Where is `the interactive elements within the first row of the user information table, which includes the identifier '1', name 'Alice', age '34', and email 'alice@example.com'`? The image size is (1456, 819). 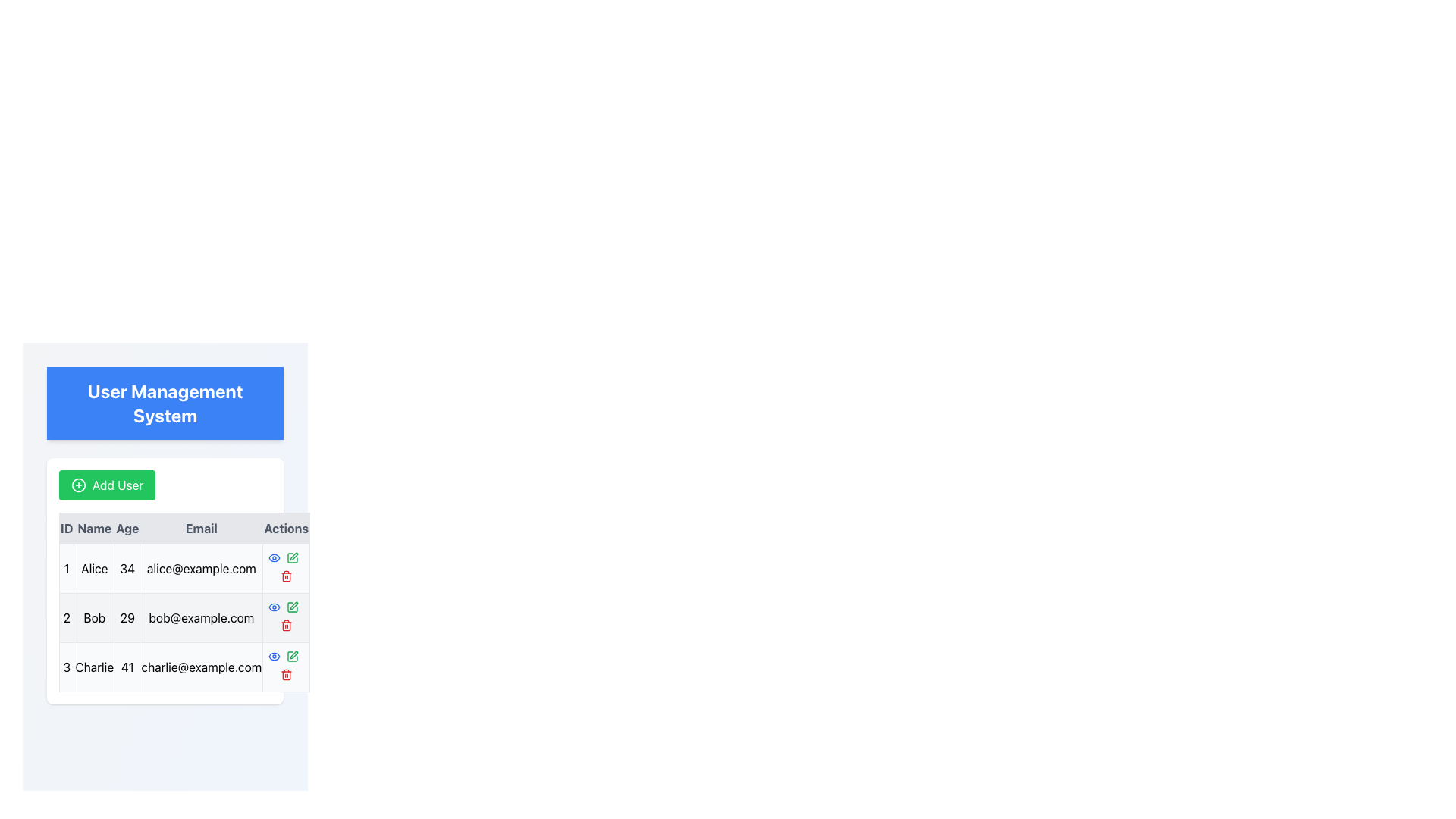 the interactive elements within the first row of the user information table, which includes the identifier '1', name 'Alice', age '34', and email 'alice@example.com' is located at coordinates (184, 568).